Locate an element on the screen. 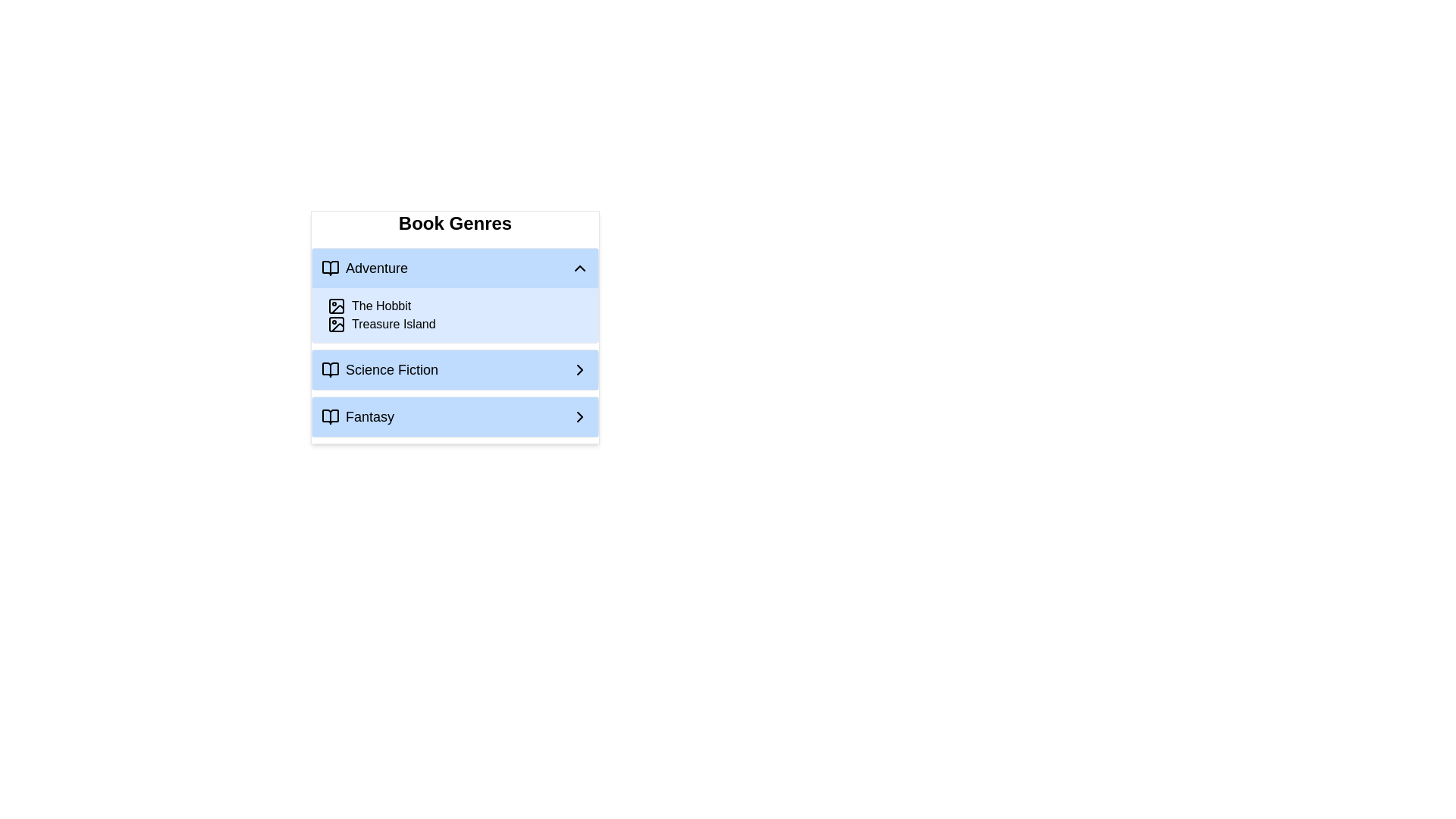  the icon representing the 'Fantasy' category, located to the left of the text 'Fantasy' in the 'Book Genres' interface list is located at coordinates (330, 417).